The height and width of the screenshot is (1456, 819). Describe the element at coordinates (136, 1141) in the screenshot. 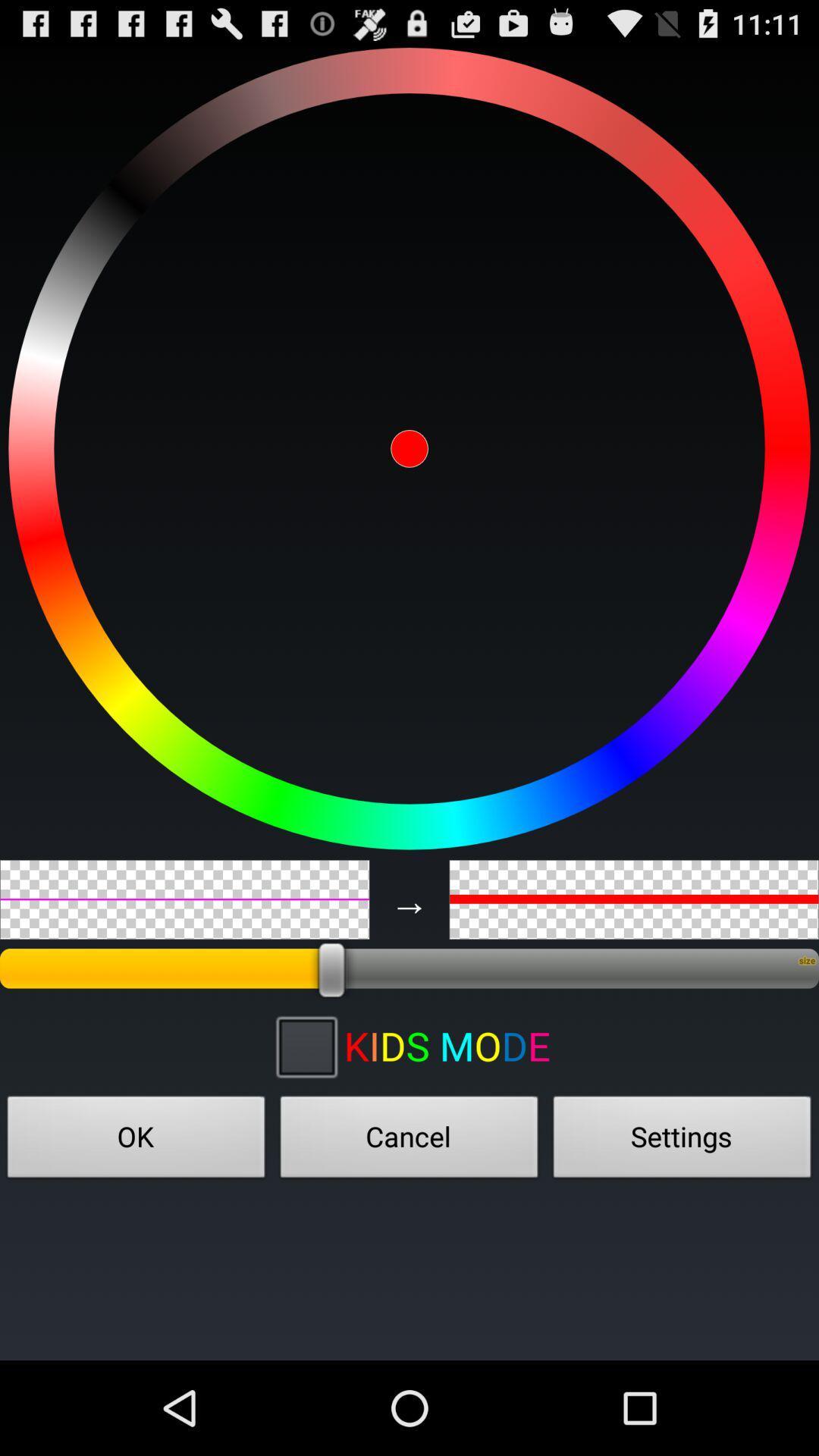

I see `the icon to the left of cancel item` at that location.